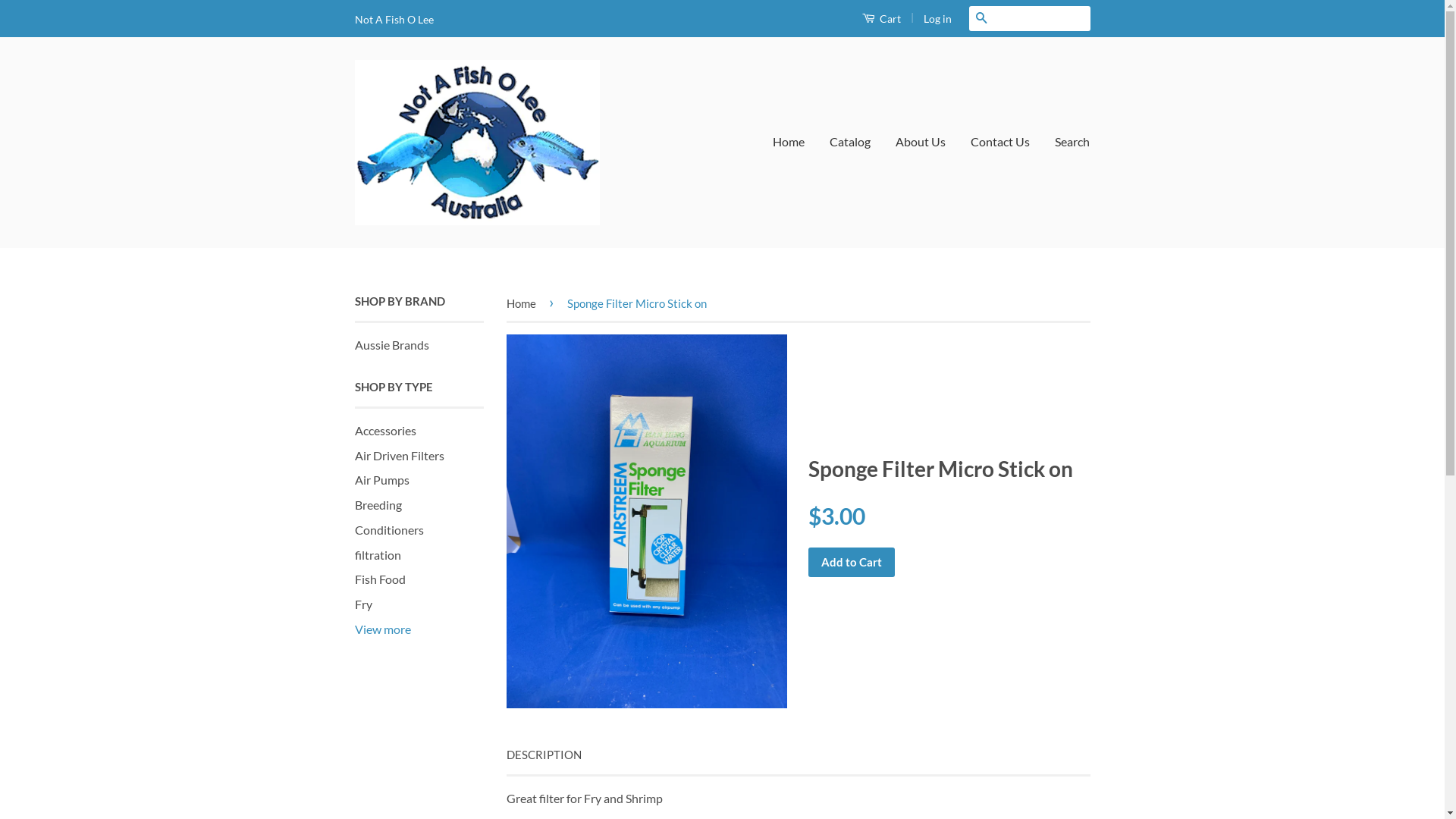 The width and height of the screenshot is (1456, 819). Describe the element at coordinates (880, 17) in the screenshot. I see `'Cart'` at that location.